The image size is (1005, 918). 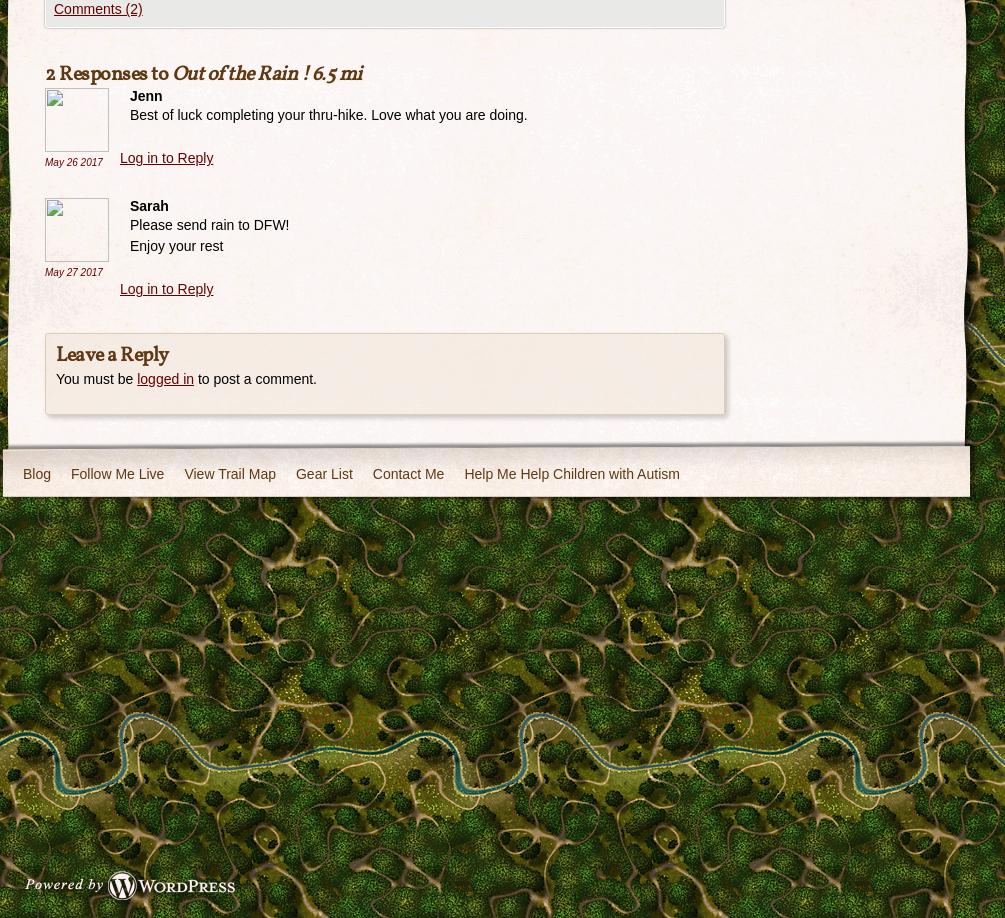 I want to click on 'You must be', so click(x=55, y=378).